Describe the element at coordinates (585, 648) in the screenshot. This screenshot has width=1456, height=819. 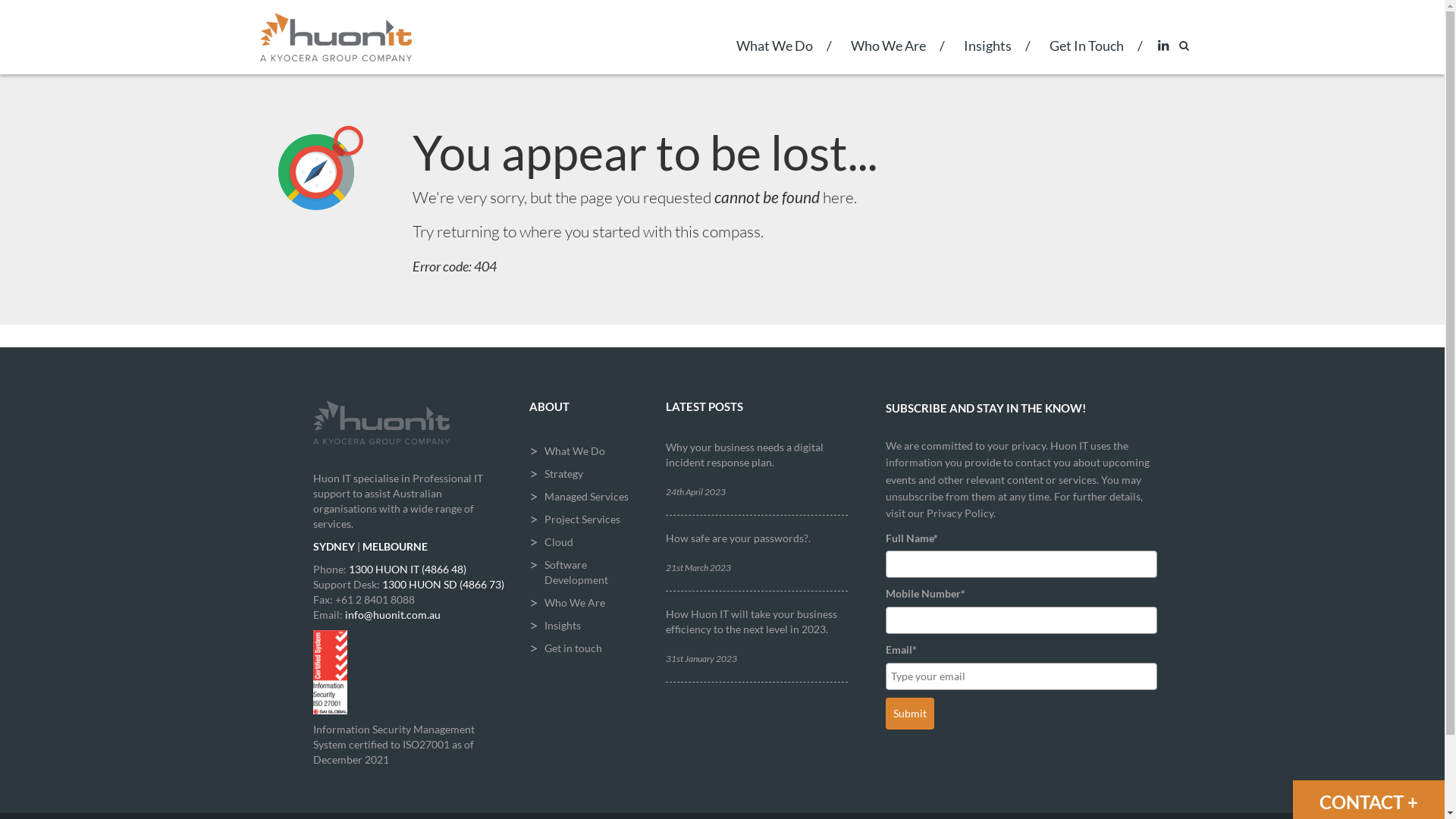
I see `'Get in touch'` at that location.